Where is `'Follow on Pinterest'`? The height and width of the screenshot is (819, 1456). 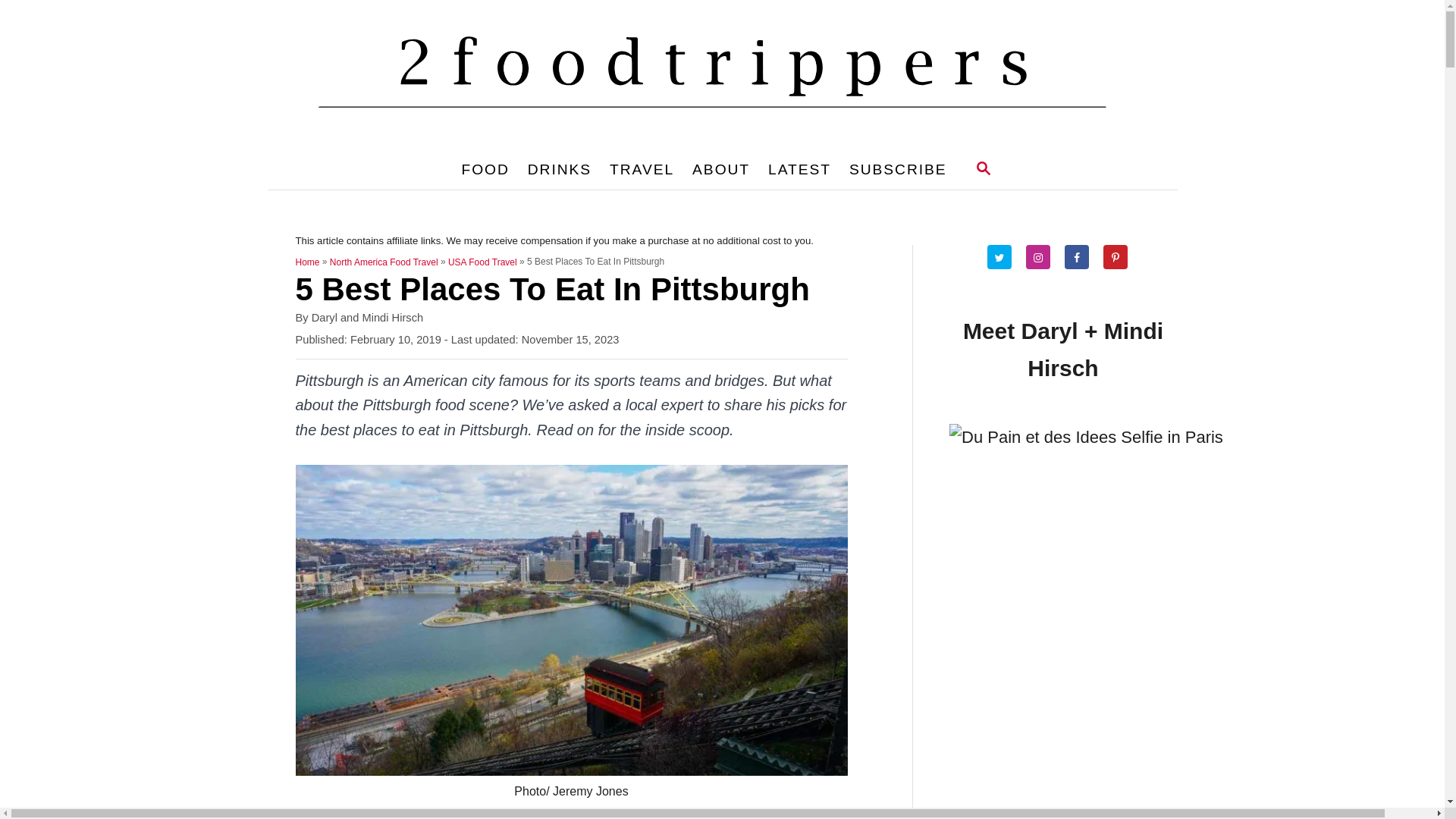 'Follow on Pinterest' is located at coordinates (1121, 256).